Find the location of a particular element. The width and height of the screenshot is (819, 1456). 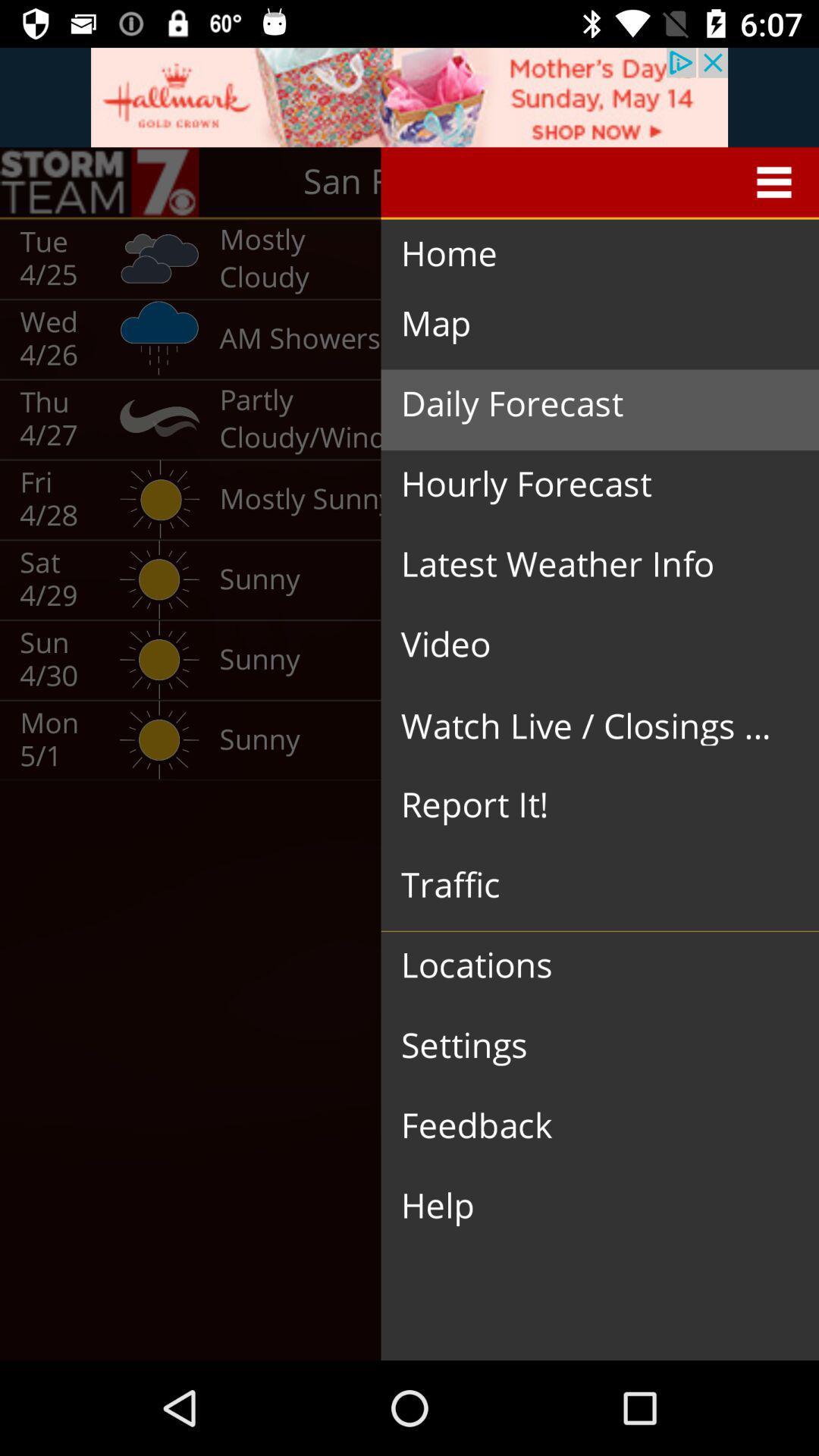

the traffic icon is located at coordinates (587, 886).